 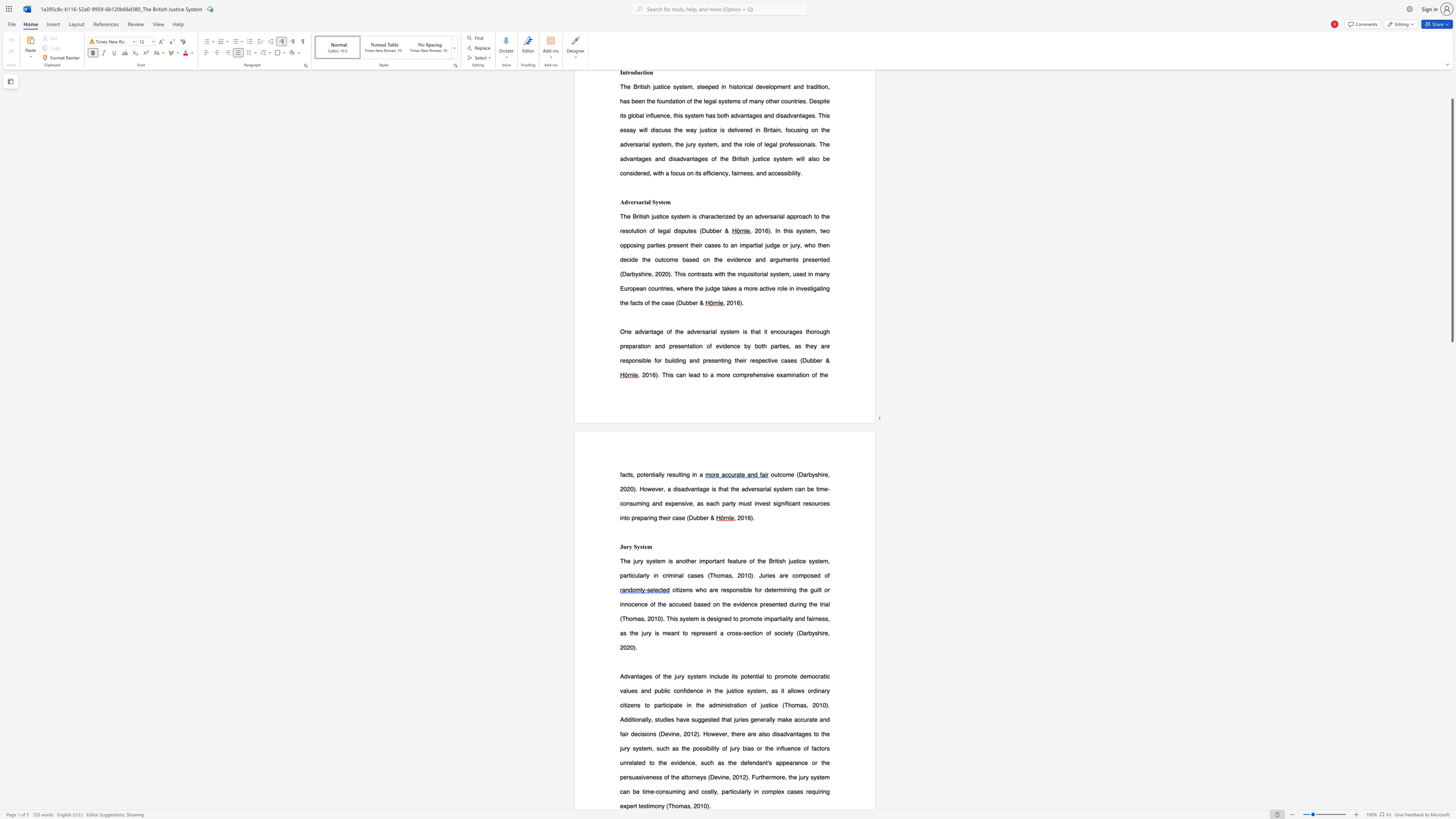 What do you see at coordinates (815, 777) in the screenshot?
I see `the 7th character "y" in the text` at bounding box center [815, 777].